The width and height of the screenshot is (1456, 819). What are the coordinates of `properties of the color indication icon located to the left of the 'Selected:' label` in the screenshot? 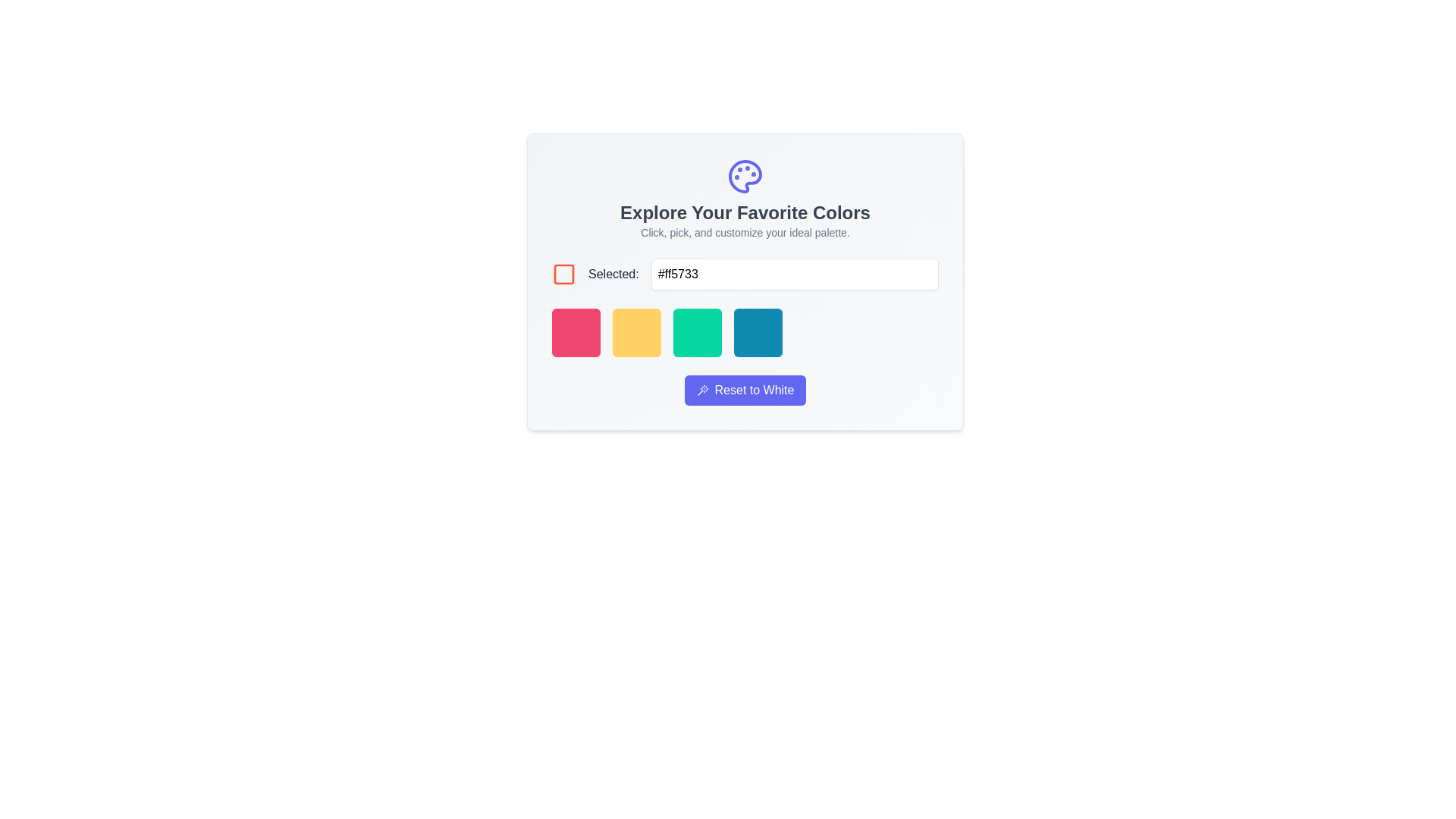 It's located at (563, 275).